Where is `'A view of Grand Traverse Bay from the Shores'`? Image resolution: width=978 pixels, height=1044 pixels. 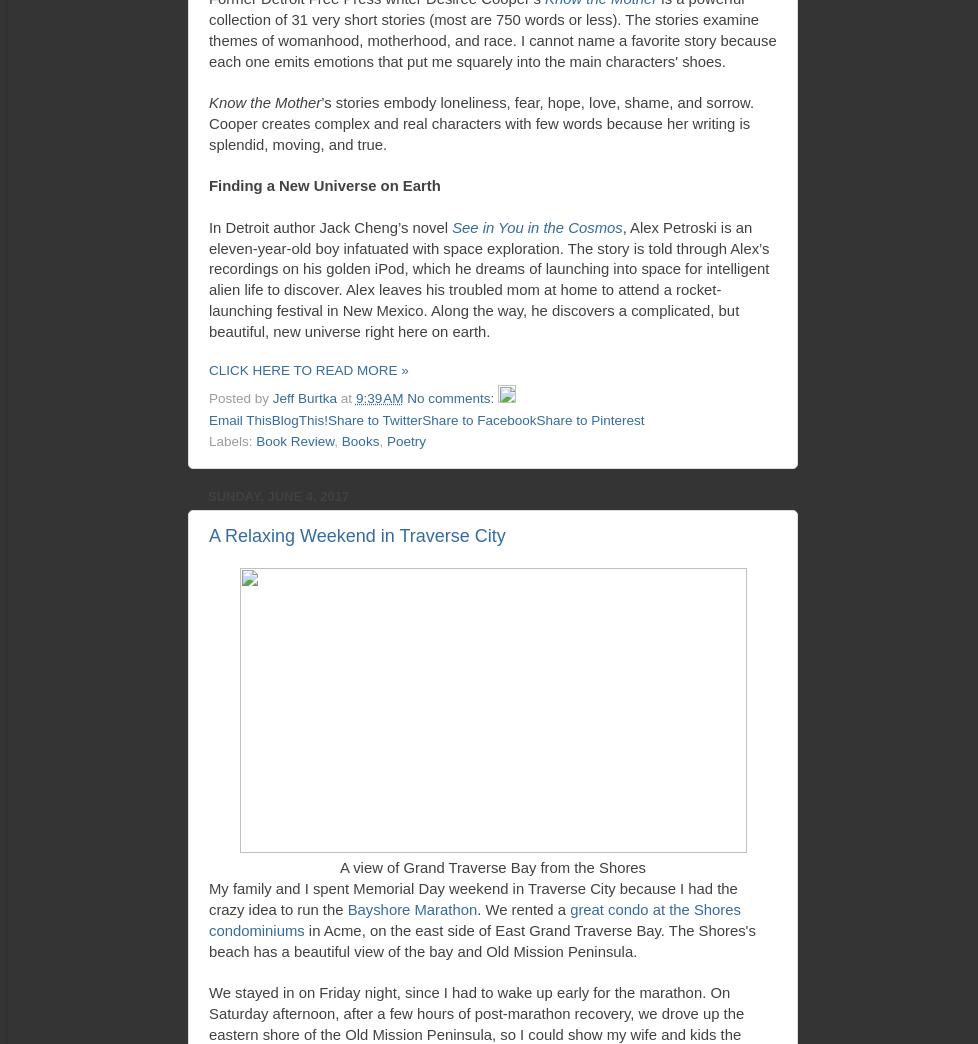
'A view of Grand Traverse Bay from the Shores' is located at coordinates (492, 867).